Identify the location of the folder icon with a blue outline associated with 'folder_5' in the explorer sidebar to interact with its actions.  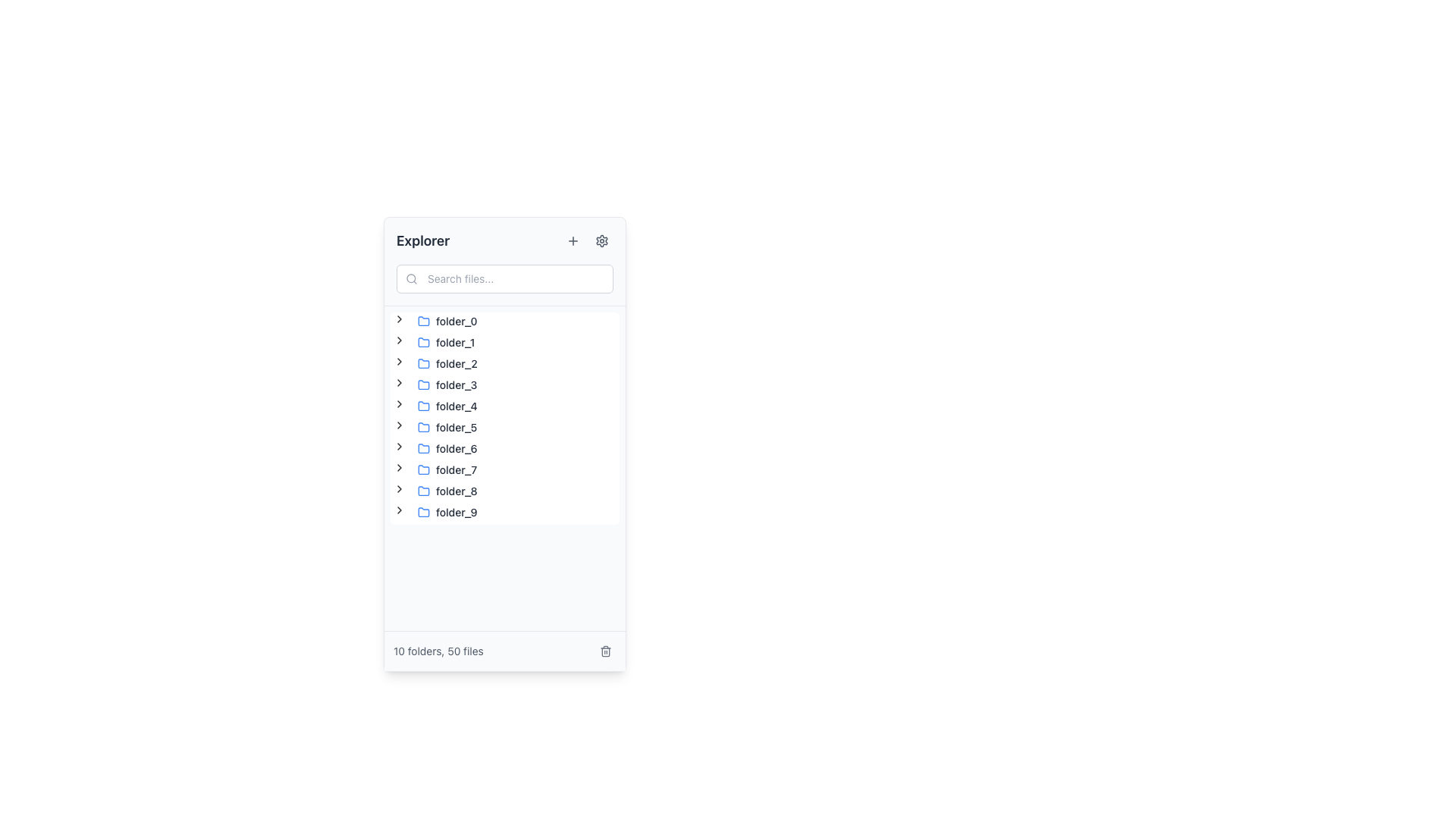
(423, 427).